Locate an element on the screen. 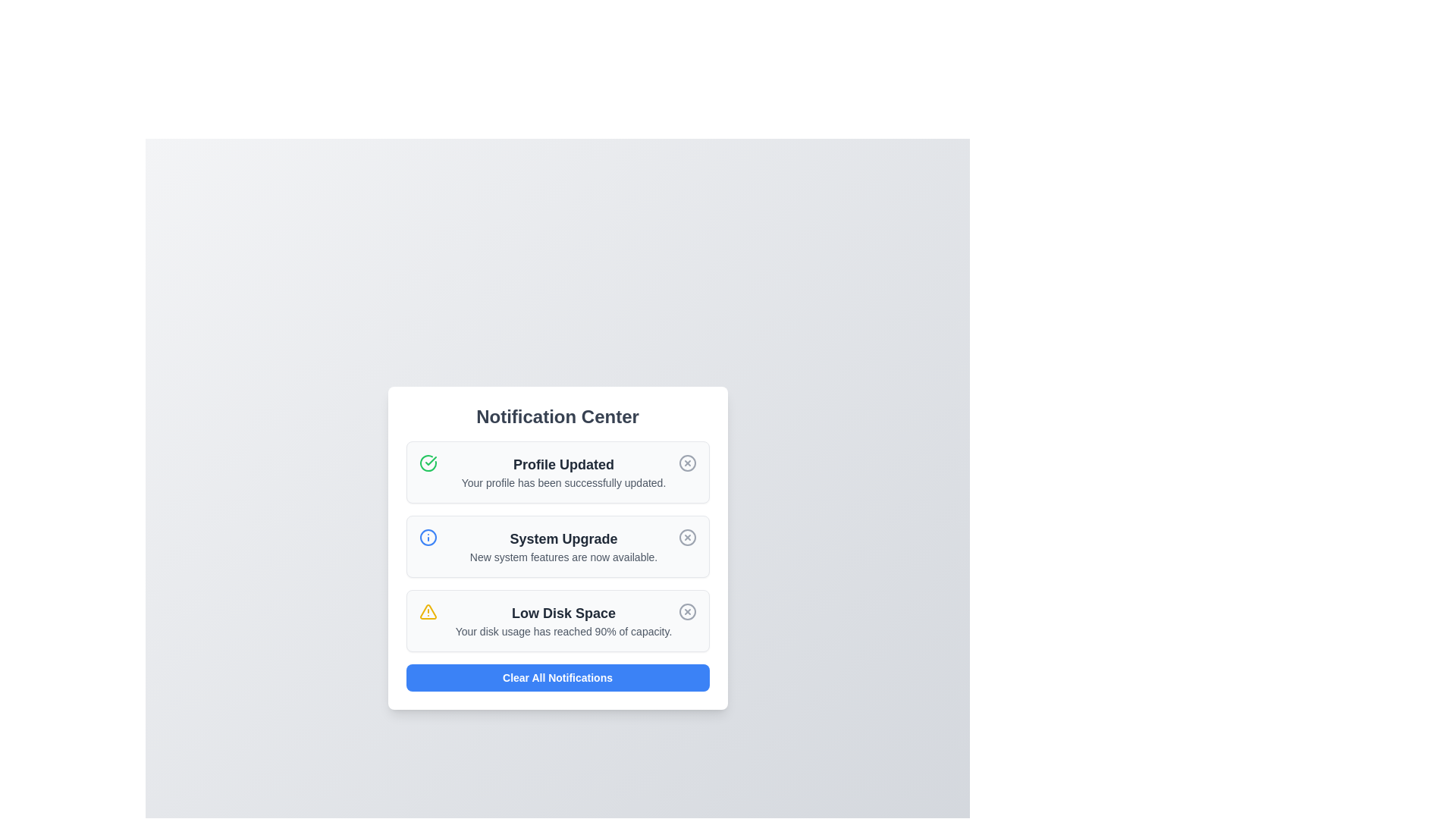  the text element that displays a descriptive message about low disk space, located beneath the title 'Low Disk Space' in the Notification Center panel is located at coordinates (563, 632).